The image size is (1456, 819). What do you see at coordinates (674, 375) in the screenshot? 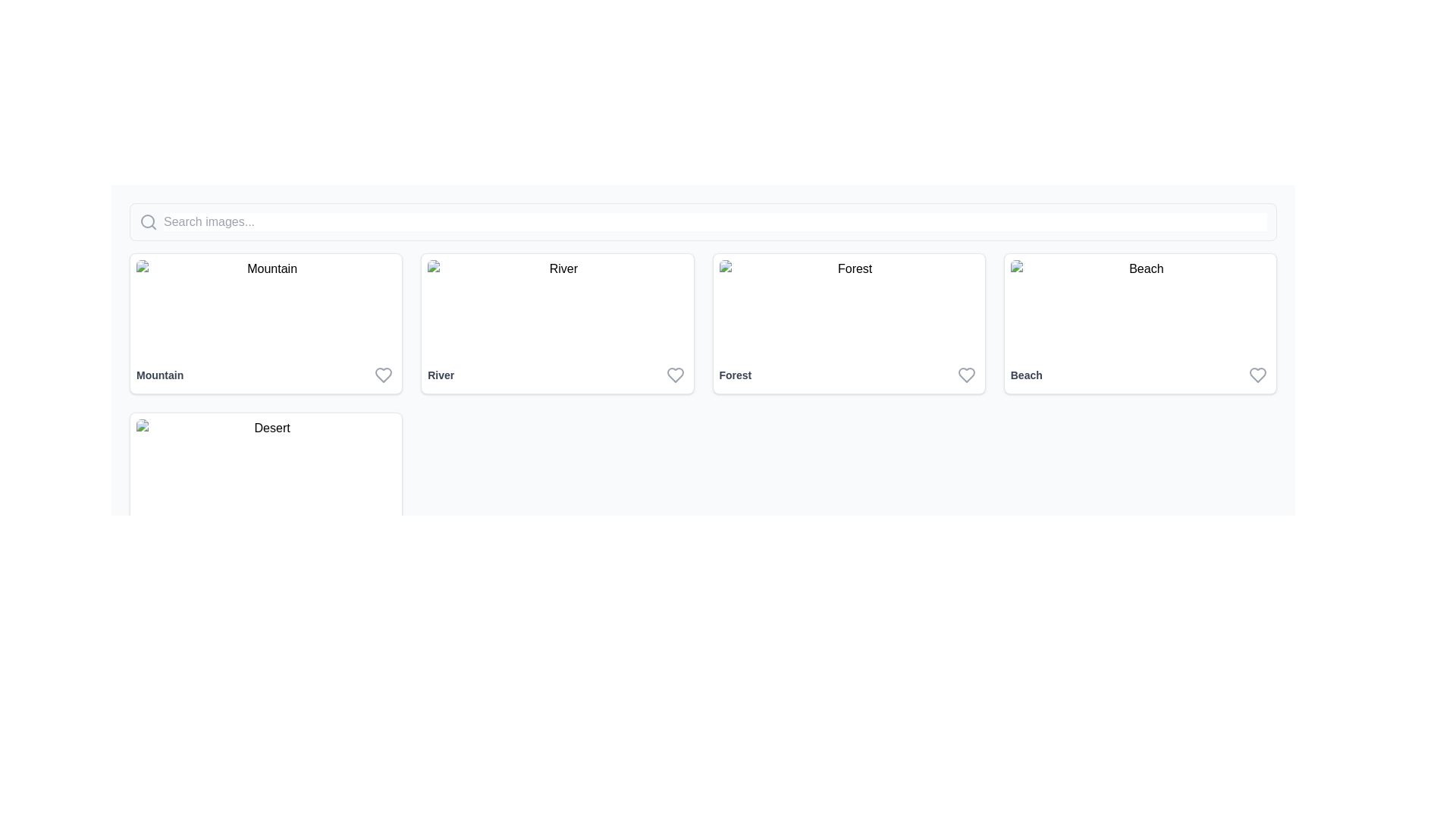
I see `the heart-shaped icon located at the bottom-right corner of the 'River' card, which symbolizes 'liking' or 'favoriting' content` at bounding box center [674, 375].